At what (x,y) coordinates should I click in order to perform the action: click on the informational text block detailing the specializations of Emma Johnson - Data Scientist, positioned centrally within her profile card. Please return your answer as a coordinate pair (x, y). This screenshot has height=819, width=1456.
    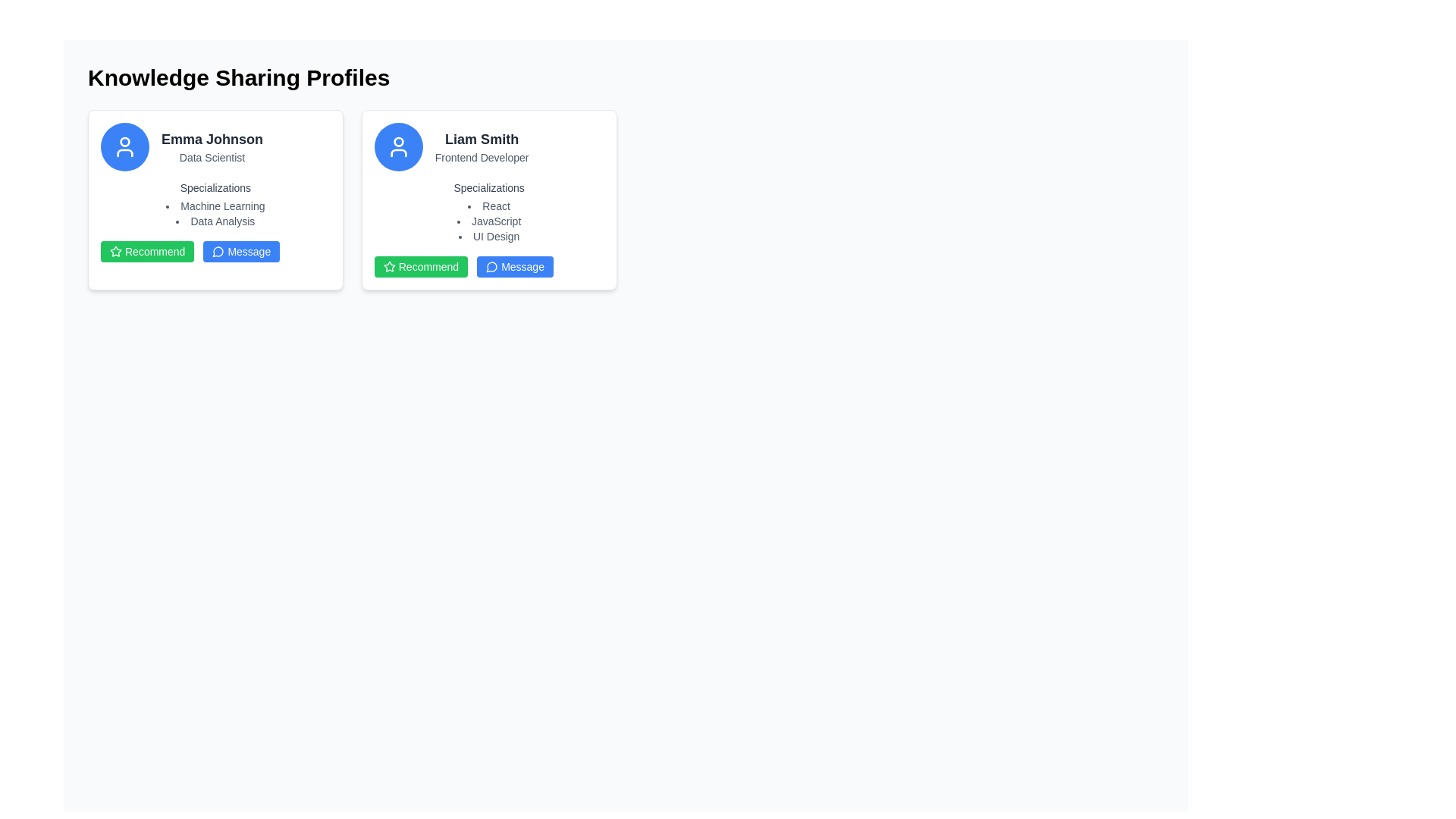
    Looking at the image, I should click on (215, 205).